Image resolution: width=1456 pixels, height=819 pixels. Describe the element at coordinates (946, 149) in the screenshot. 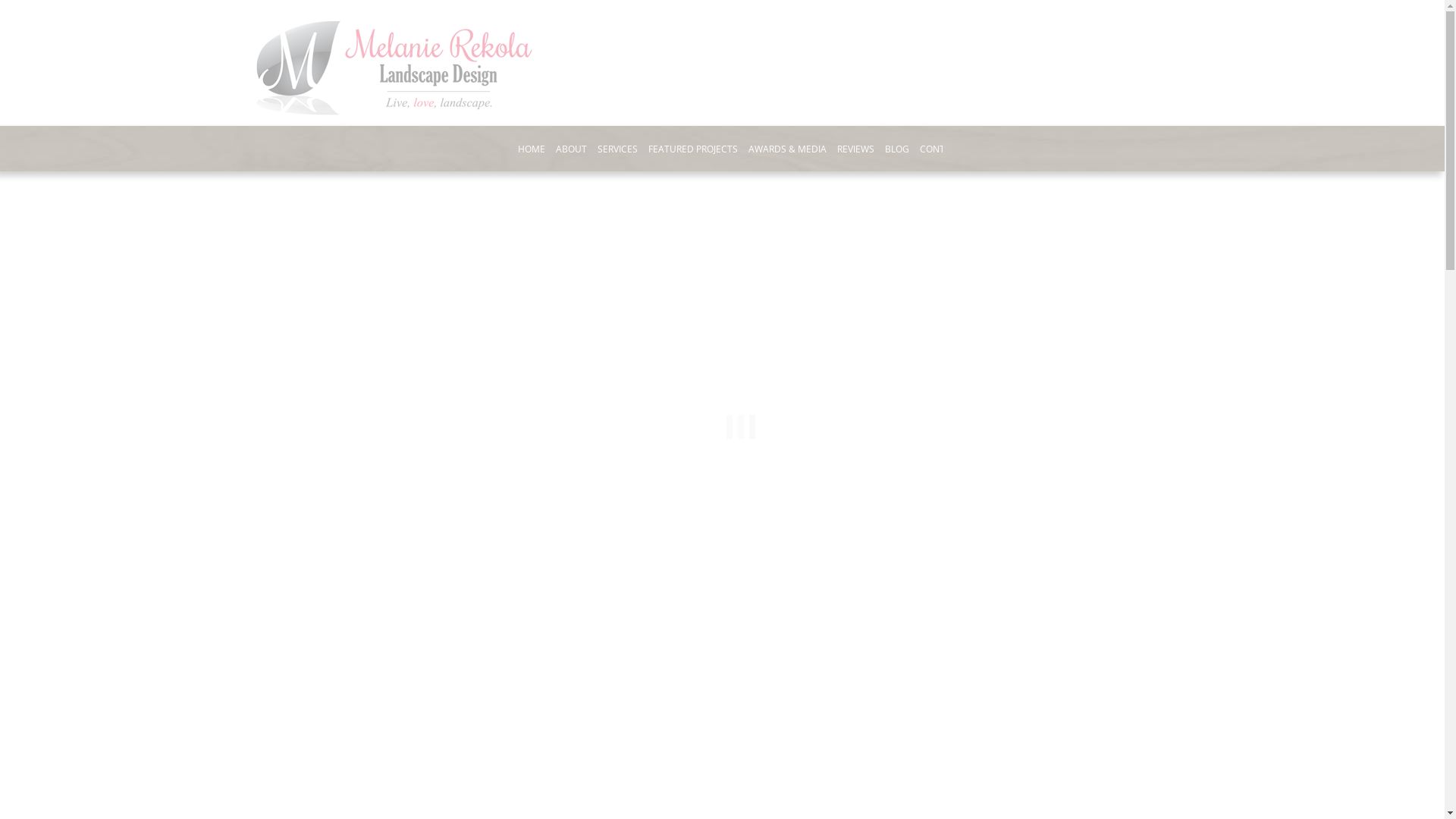

I see `'CONTACT US'` at that location.